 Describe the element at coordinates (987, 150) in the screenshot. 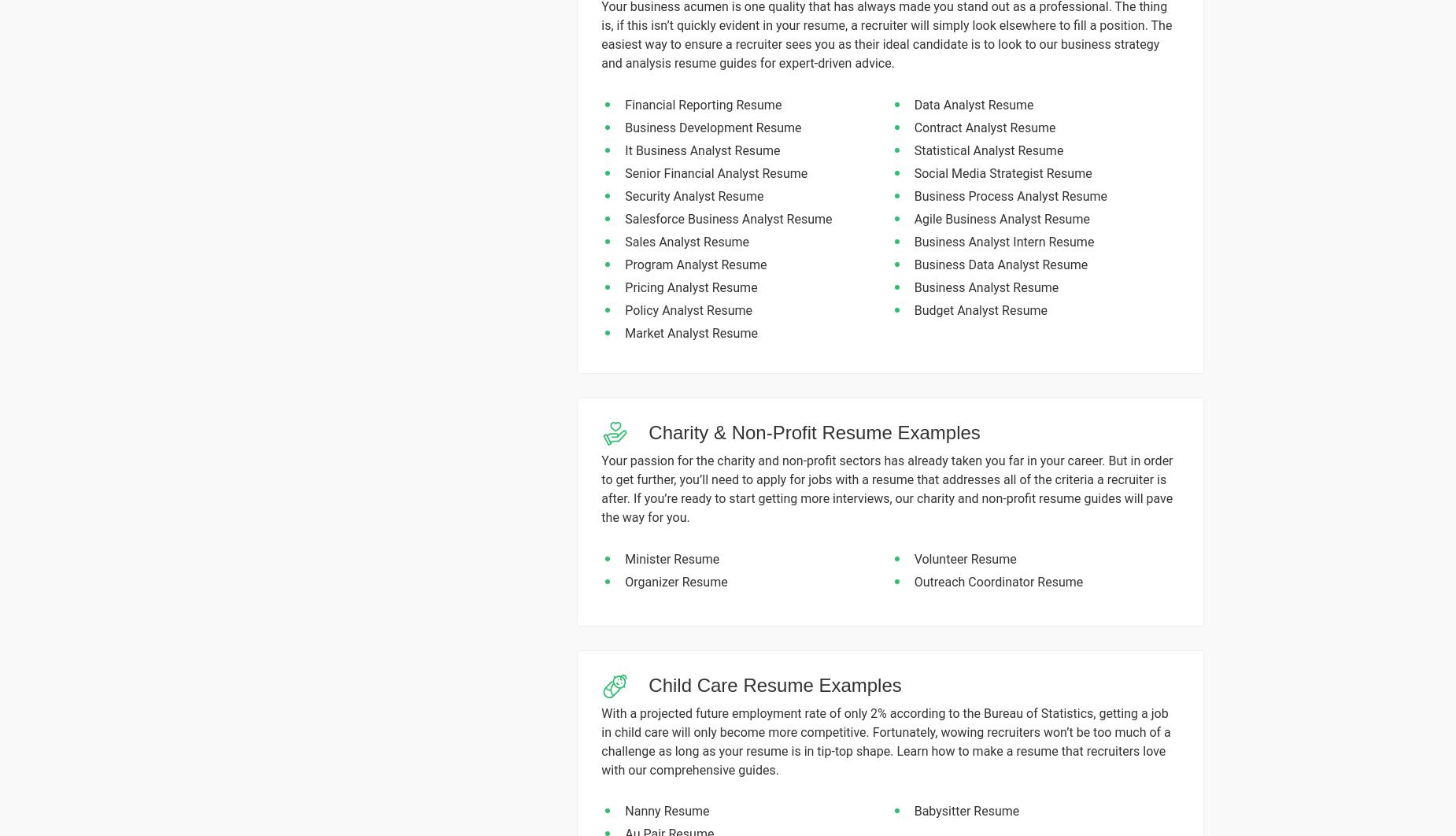

I see `'Statistical Analyst Resume'` at that location.